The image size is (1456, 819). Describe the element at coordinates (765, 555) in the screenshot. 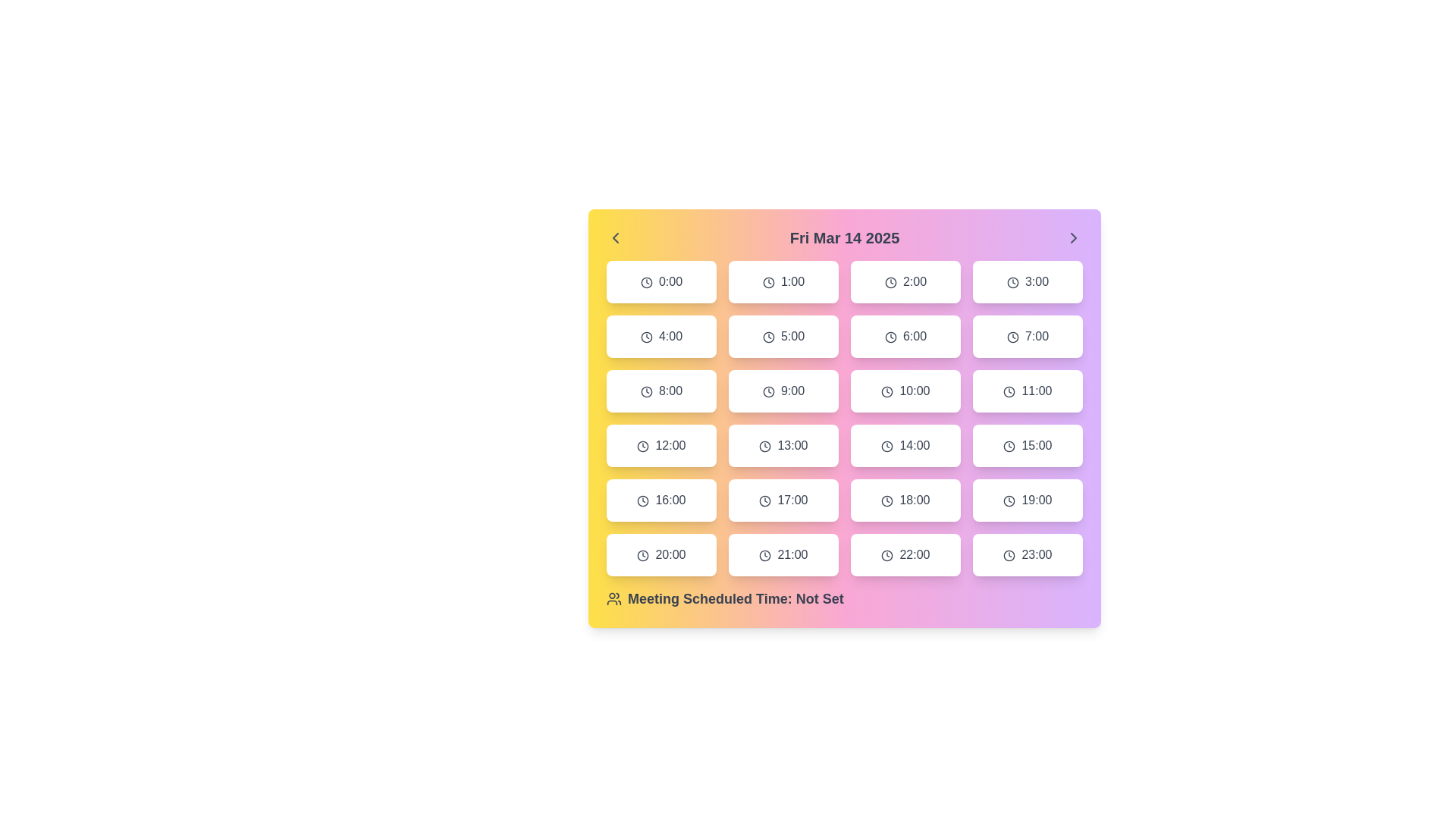

I see `the circular base of the clock icon next to the '21:00' time entry in the matrix of time values` at that location.